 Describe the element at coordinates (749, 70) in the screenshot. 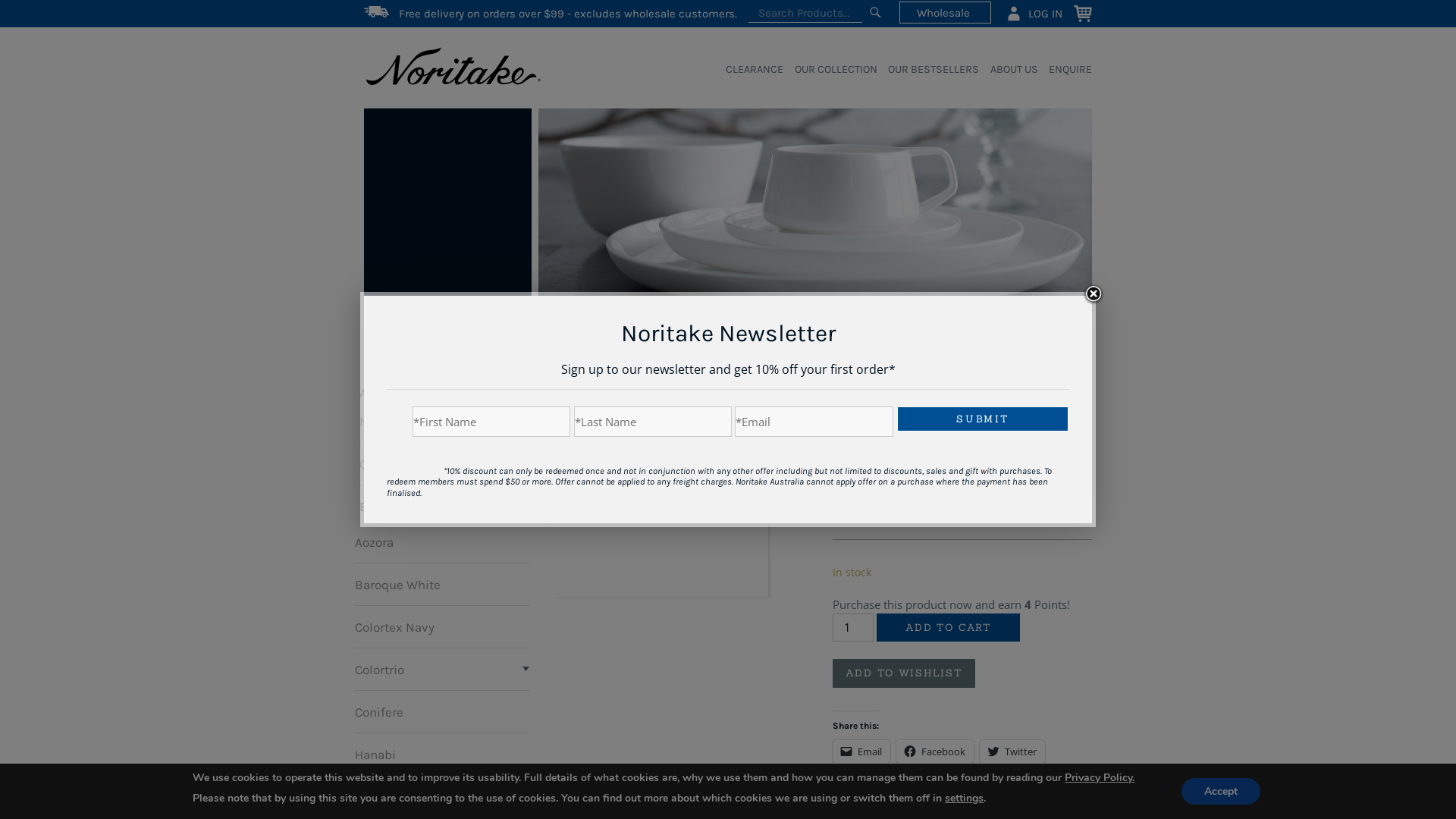

I see `'CLEARANCE'` at that location.